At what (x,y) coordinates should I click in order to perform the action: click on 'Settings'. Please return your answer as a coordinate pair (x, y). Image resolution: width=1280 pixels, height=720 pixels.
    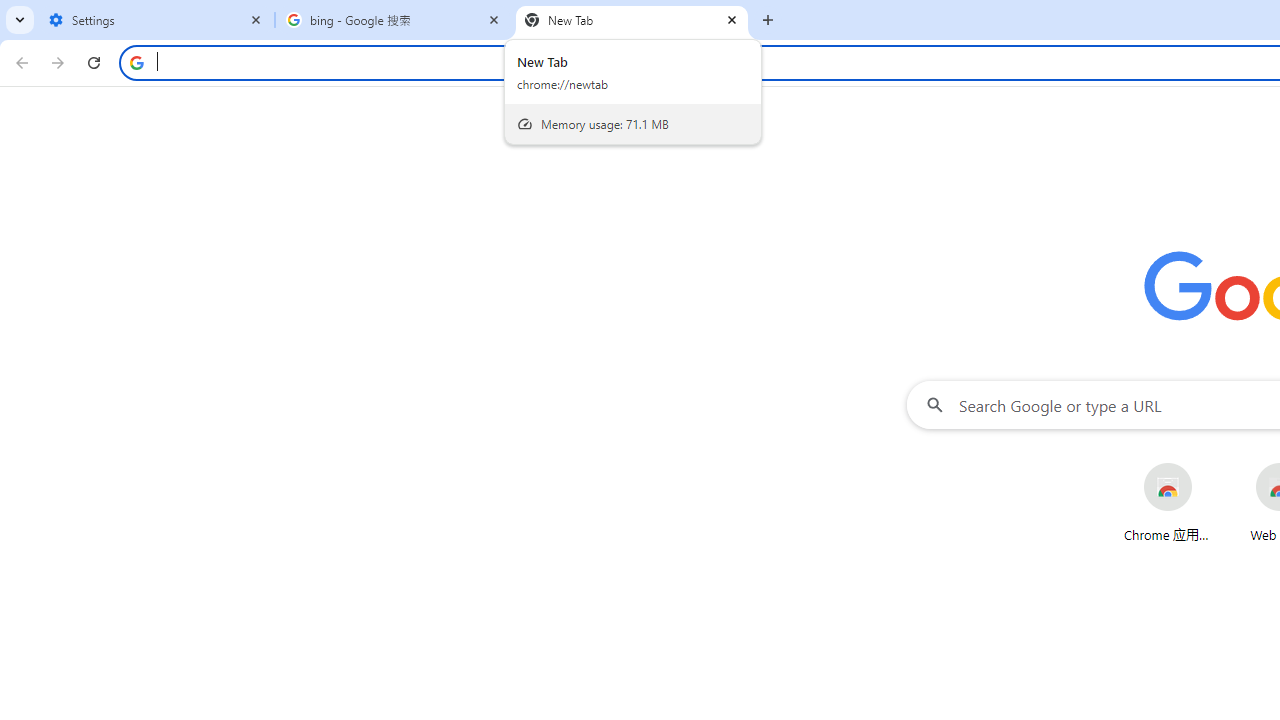
    Looking at the image, I should click on (155, 20).